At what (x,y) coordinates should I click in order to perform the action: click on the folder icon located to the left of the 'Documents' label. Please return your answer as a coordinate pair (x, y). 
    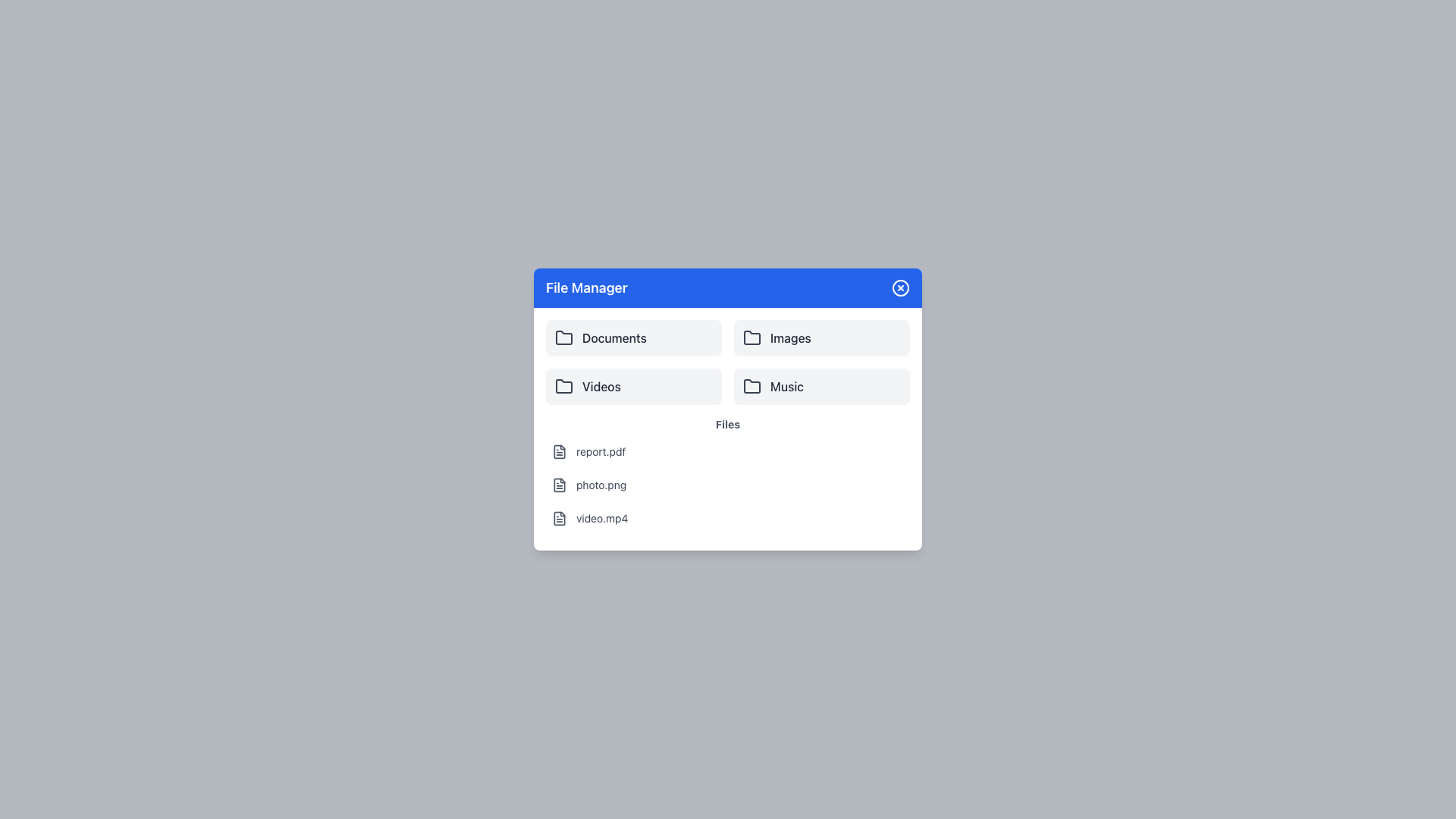
    Looking at the image, I should click on (563, 337).